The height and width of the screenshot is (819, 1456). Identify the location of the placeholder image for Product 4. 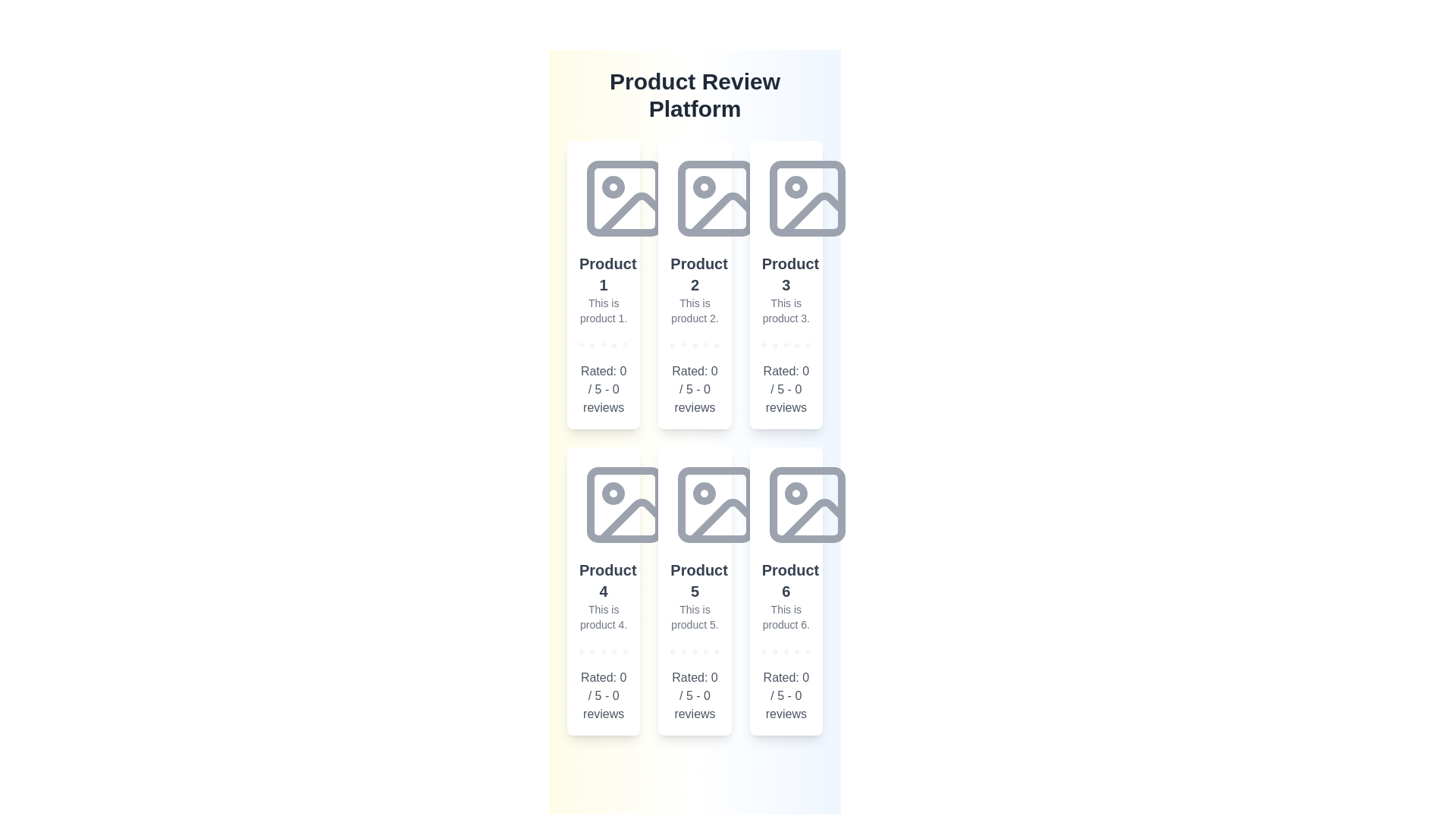
(625, 505).